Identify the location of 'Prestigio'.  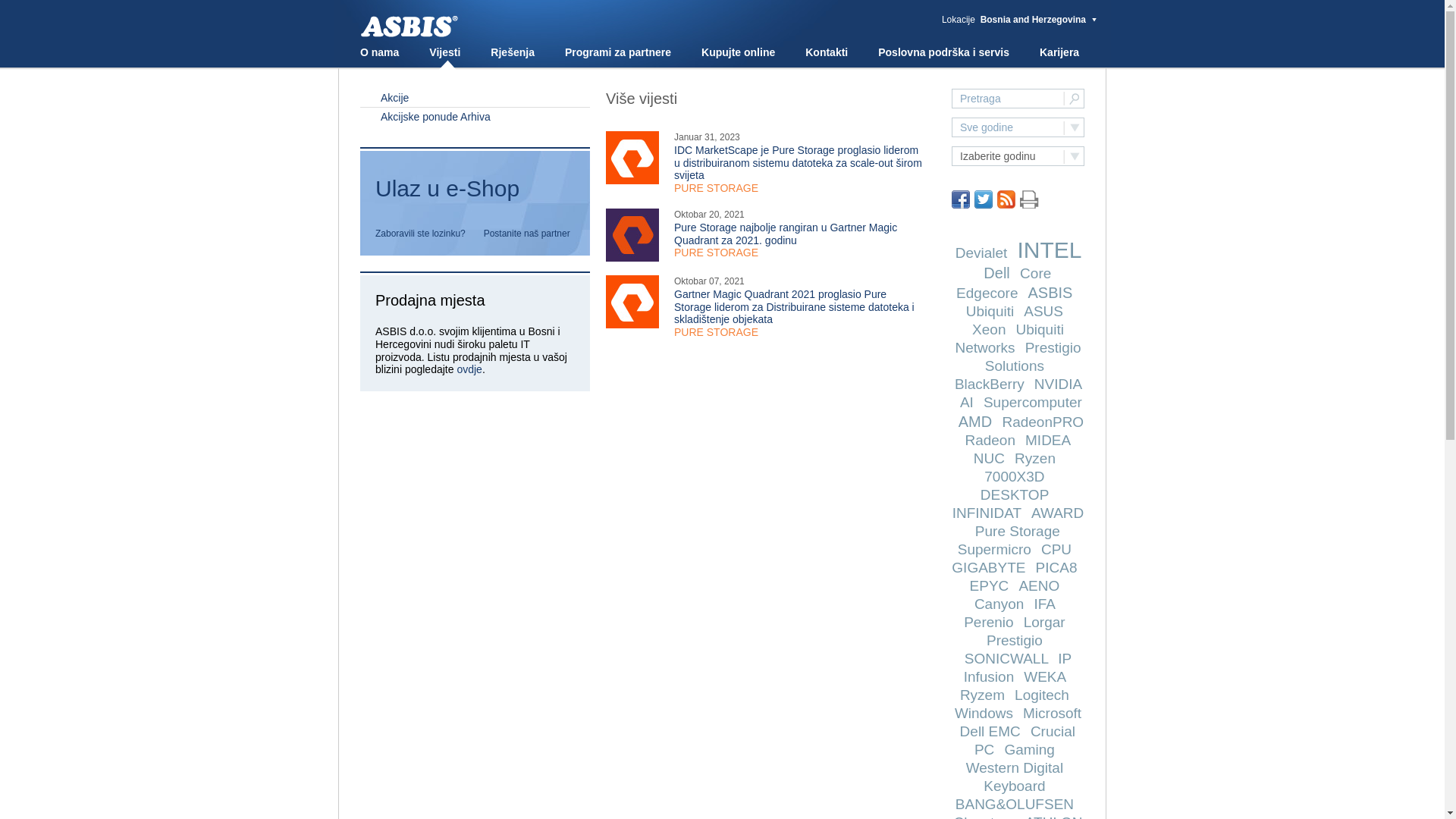
(1015, 640).